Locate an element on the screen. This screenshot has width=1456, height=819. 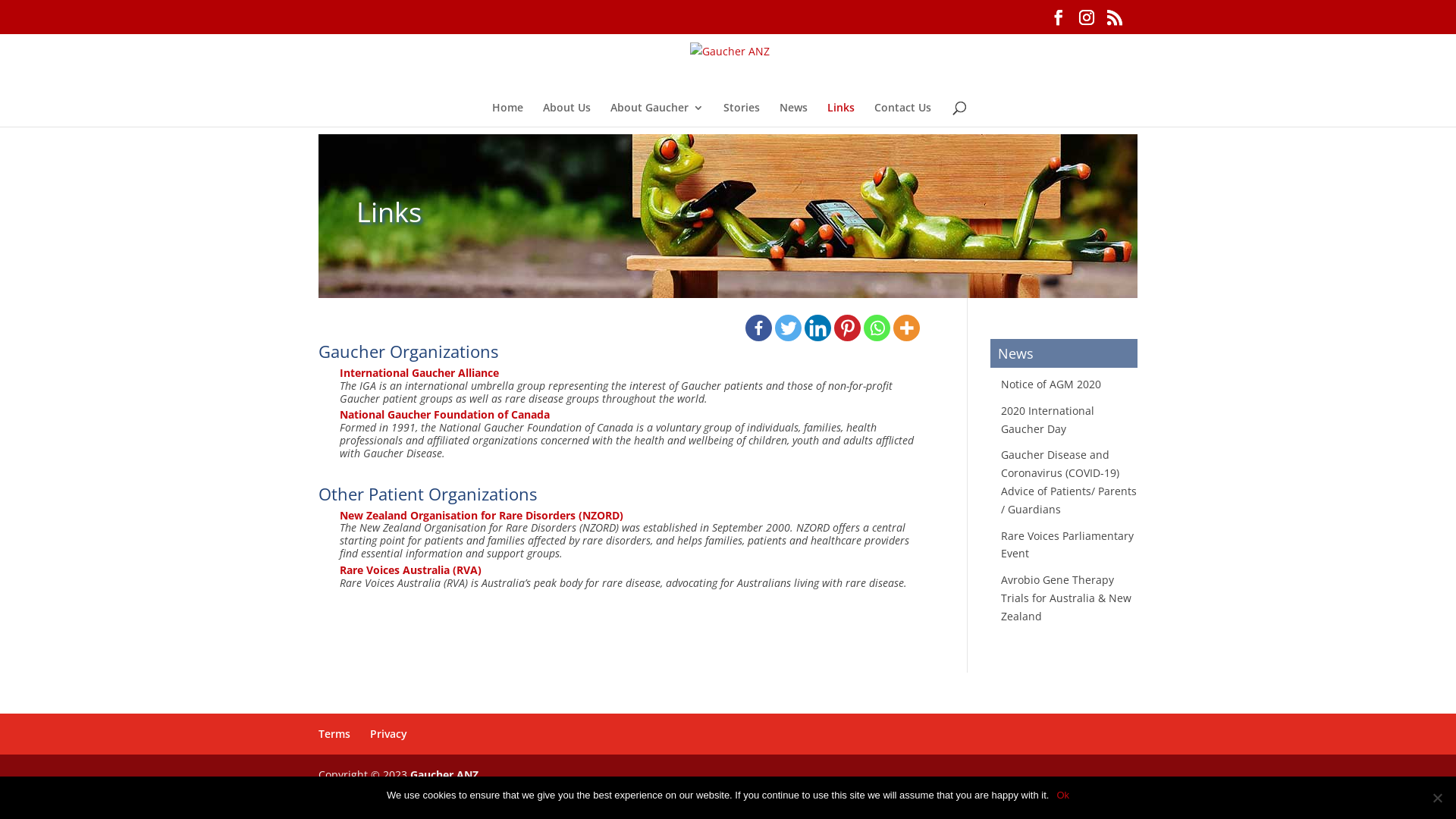
'About Us' is located at coordinates (566, 113).